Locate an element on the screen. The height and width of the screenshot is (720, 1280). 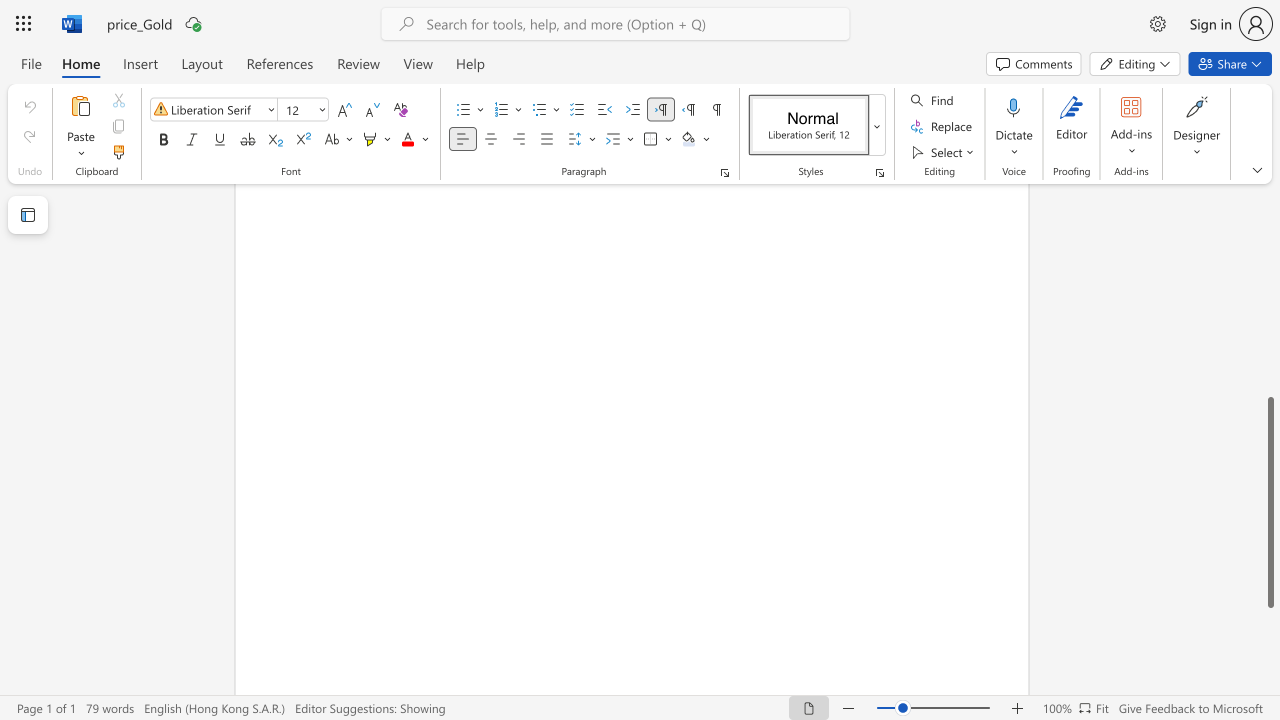
the scrollbar and move down 110 pixels is located at coordinates (1269, 501).